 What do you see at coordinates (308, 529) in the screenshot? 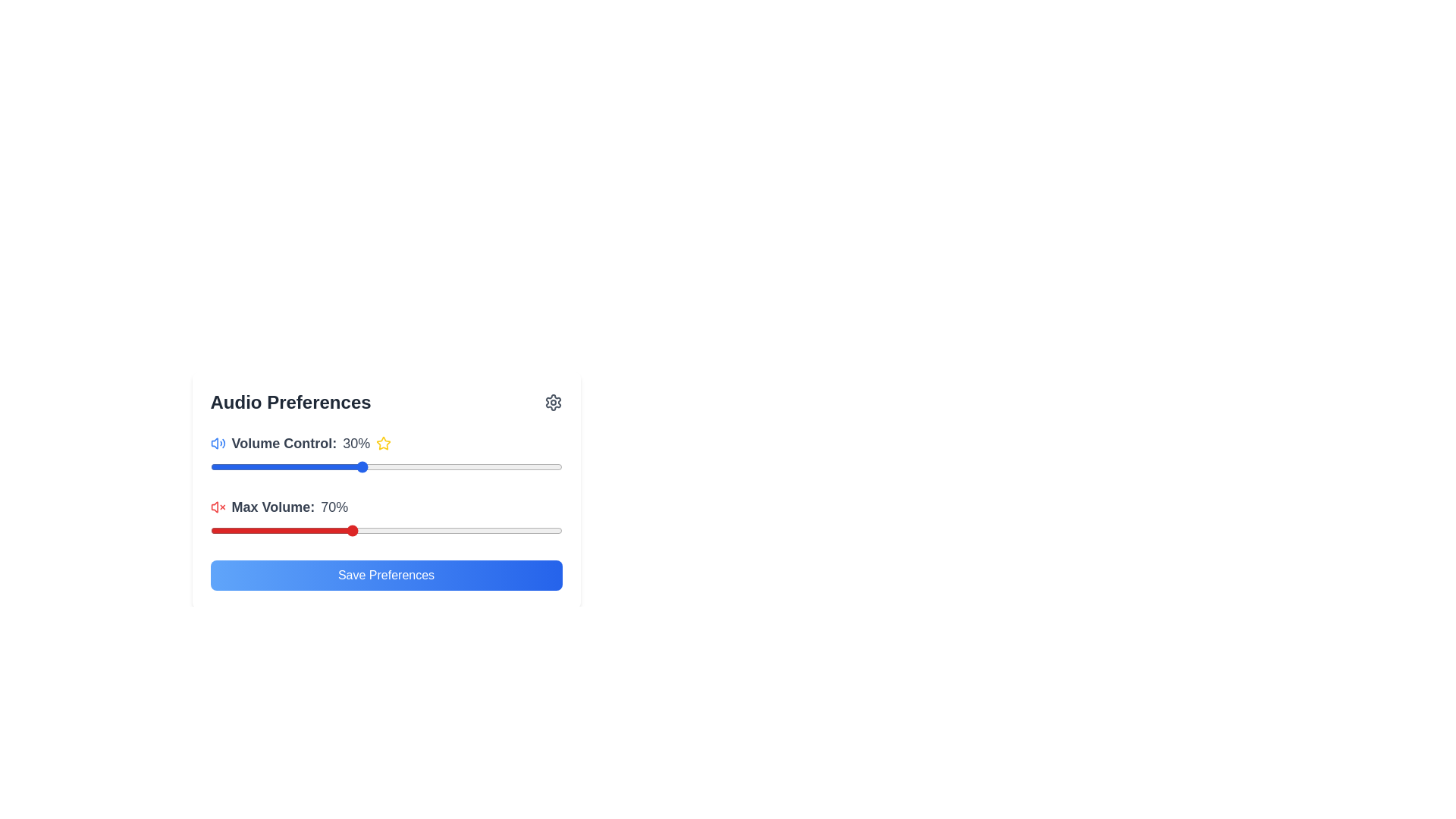
I see `max volume` at bounding box center [308, 529].